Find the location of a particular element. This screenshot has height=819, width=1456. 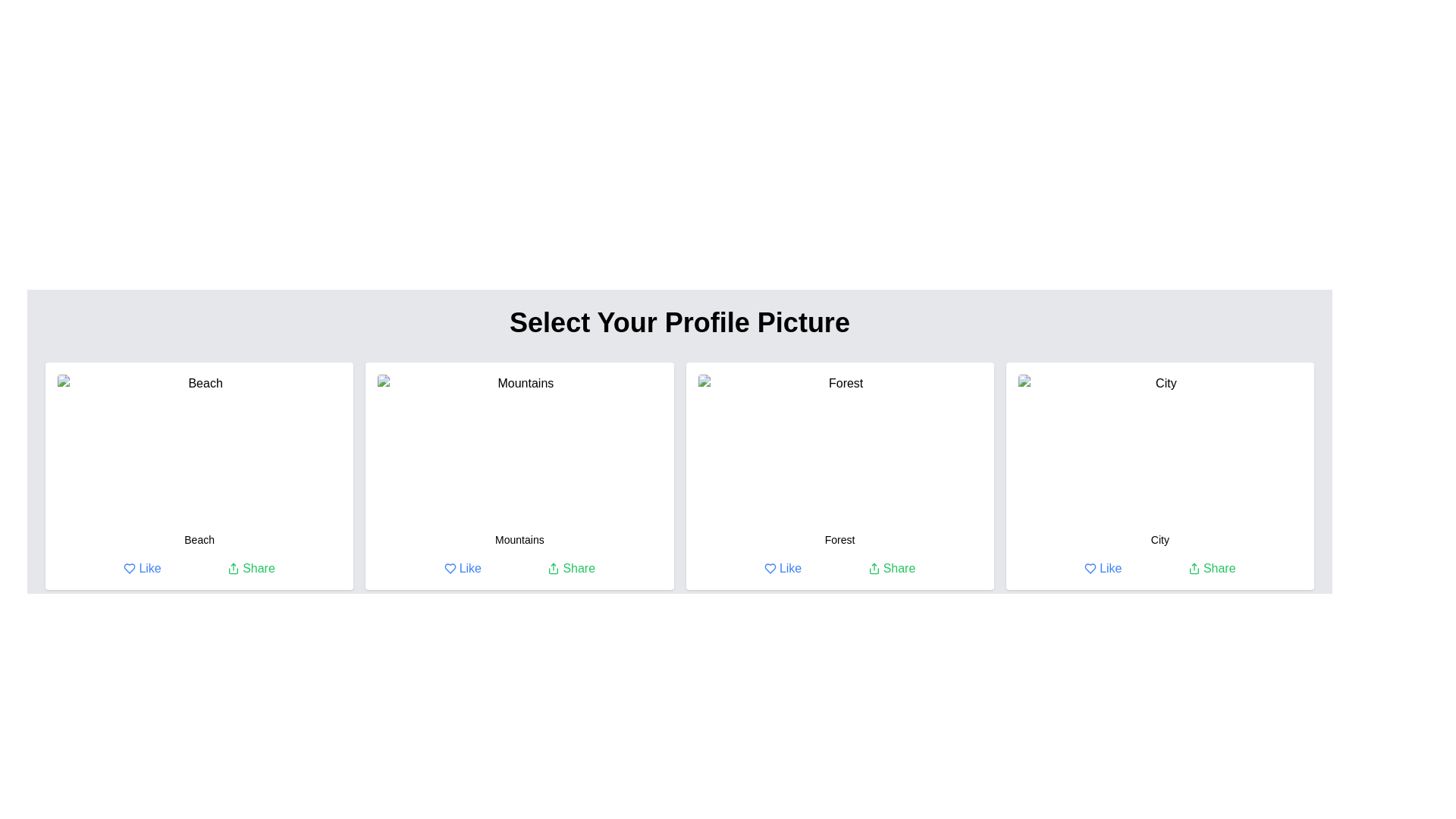

the SVG icon representing a share action with an upward-pointing arrow, styled with a green stroke, located next to the 'Share' text label in the bottom-left corner of the 'Mountains' profile picture card is located at coordinates (553, 568).